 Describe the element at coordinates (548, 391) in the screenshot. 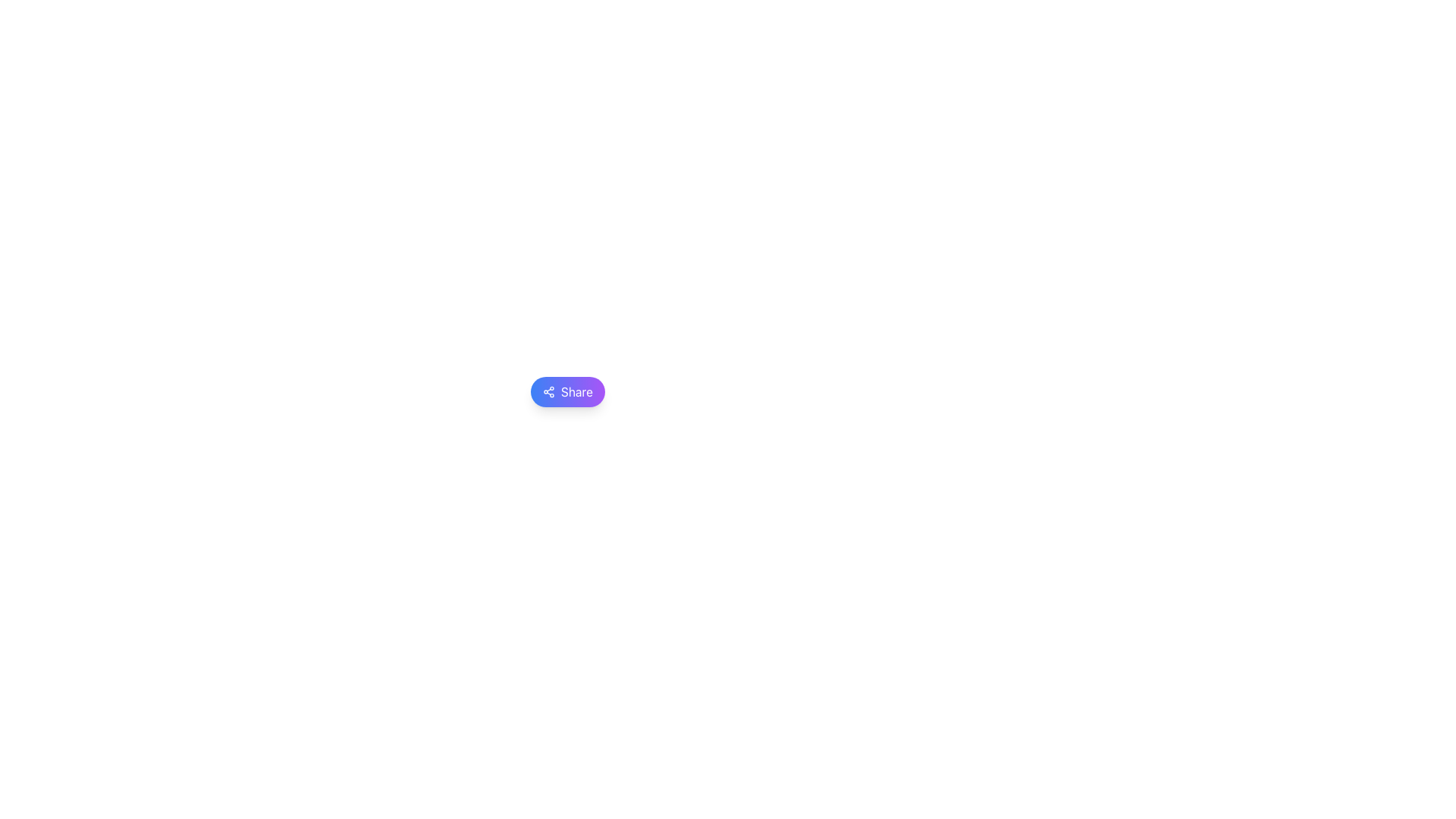

I see `the 'Share' button which contains an icon on the left side of the 'Share' text` at that location.